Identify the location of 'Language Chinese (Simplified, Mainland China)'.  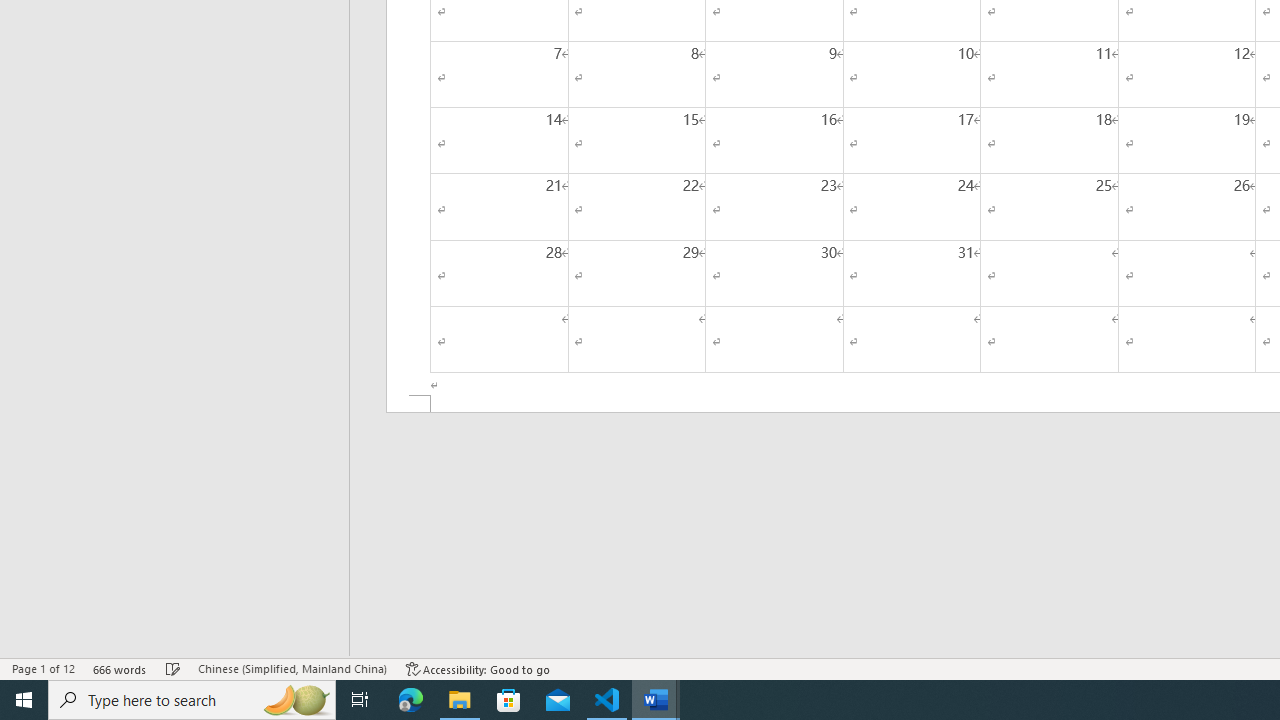
(291, 669).